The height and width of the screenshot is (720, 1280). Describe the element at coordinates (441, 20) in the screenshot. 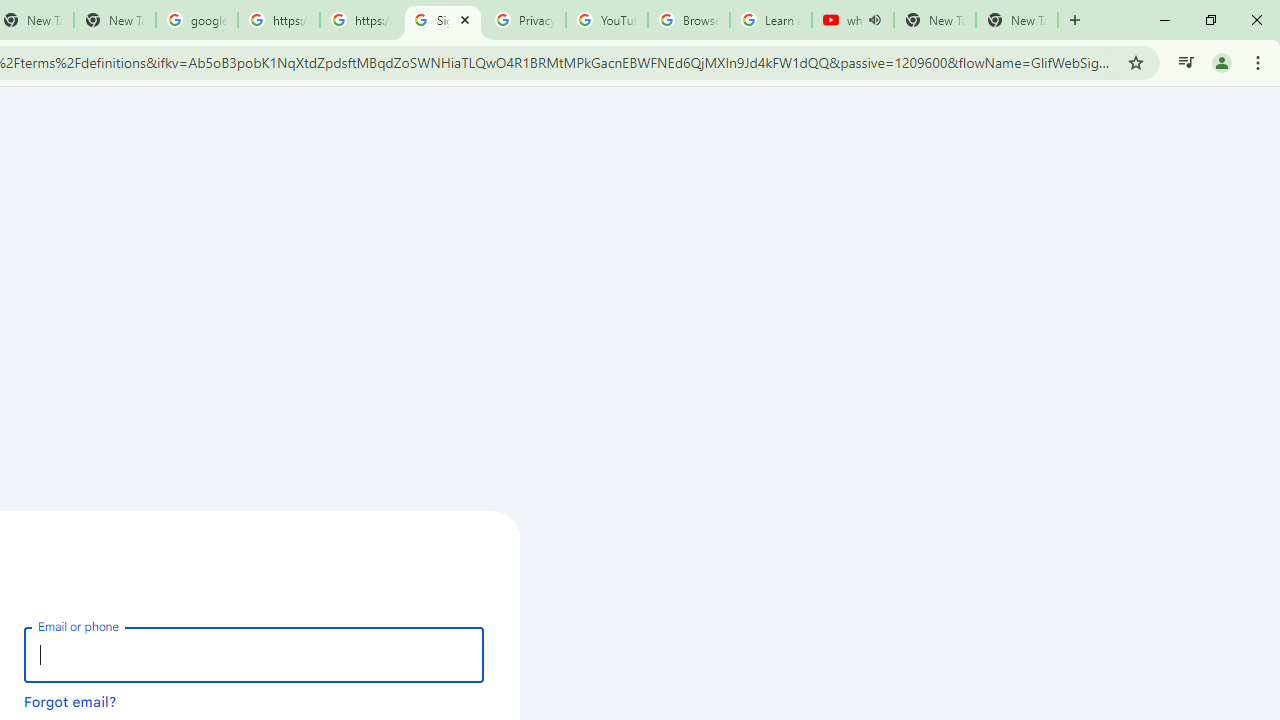

I see `'Sign in - Google Accounts'` at that location.